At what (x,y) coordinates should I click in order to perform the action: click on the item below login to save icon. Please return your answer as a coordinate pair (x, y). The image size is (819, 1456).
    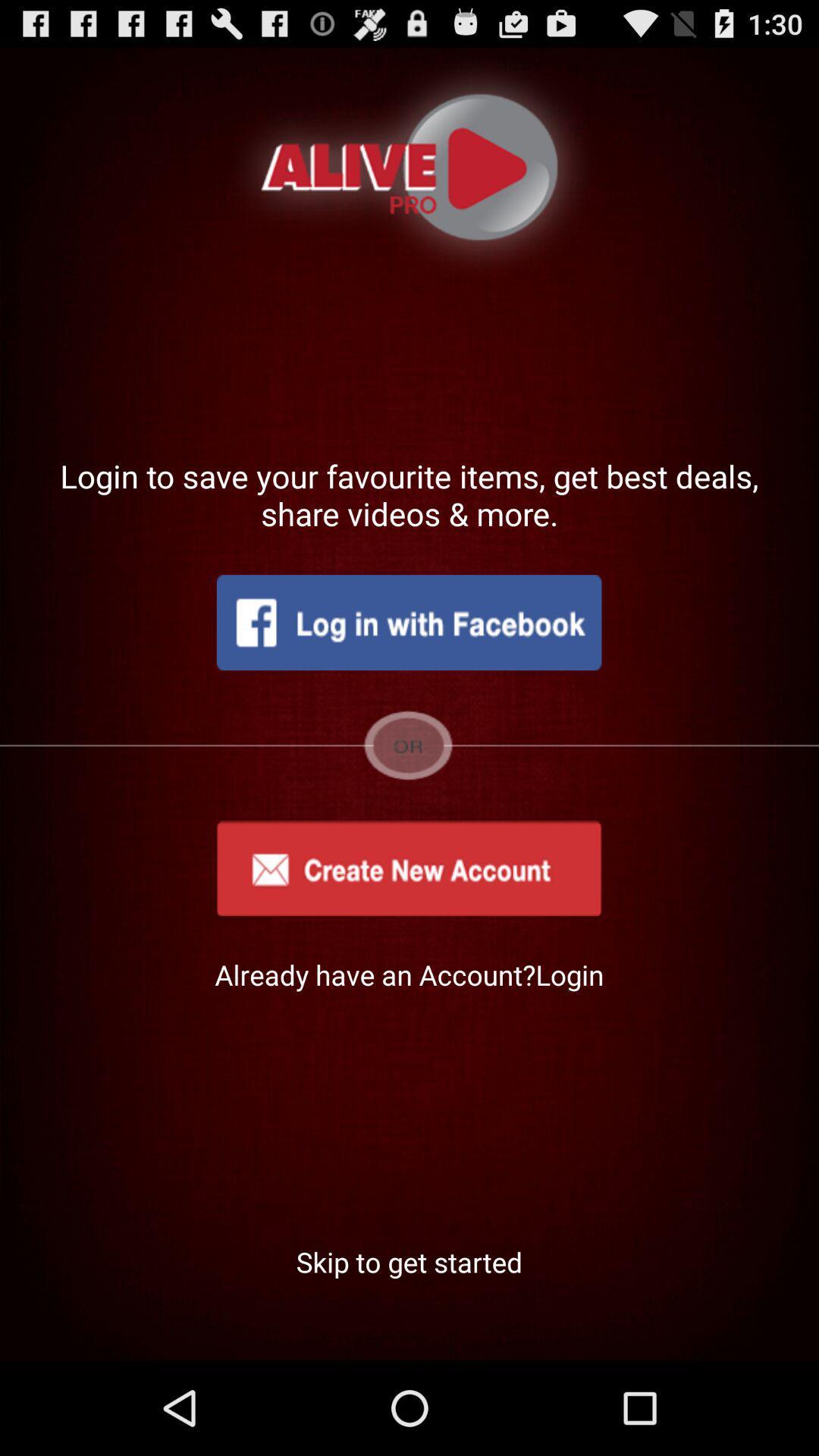
    Looking at the image, I should click on (408, 623).